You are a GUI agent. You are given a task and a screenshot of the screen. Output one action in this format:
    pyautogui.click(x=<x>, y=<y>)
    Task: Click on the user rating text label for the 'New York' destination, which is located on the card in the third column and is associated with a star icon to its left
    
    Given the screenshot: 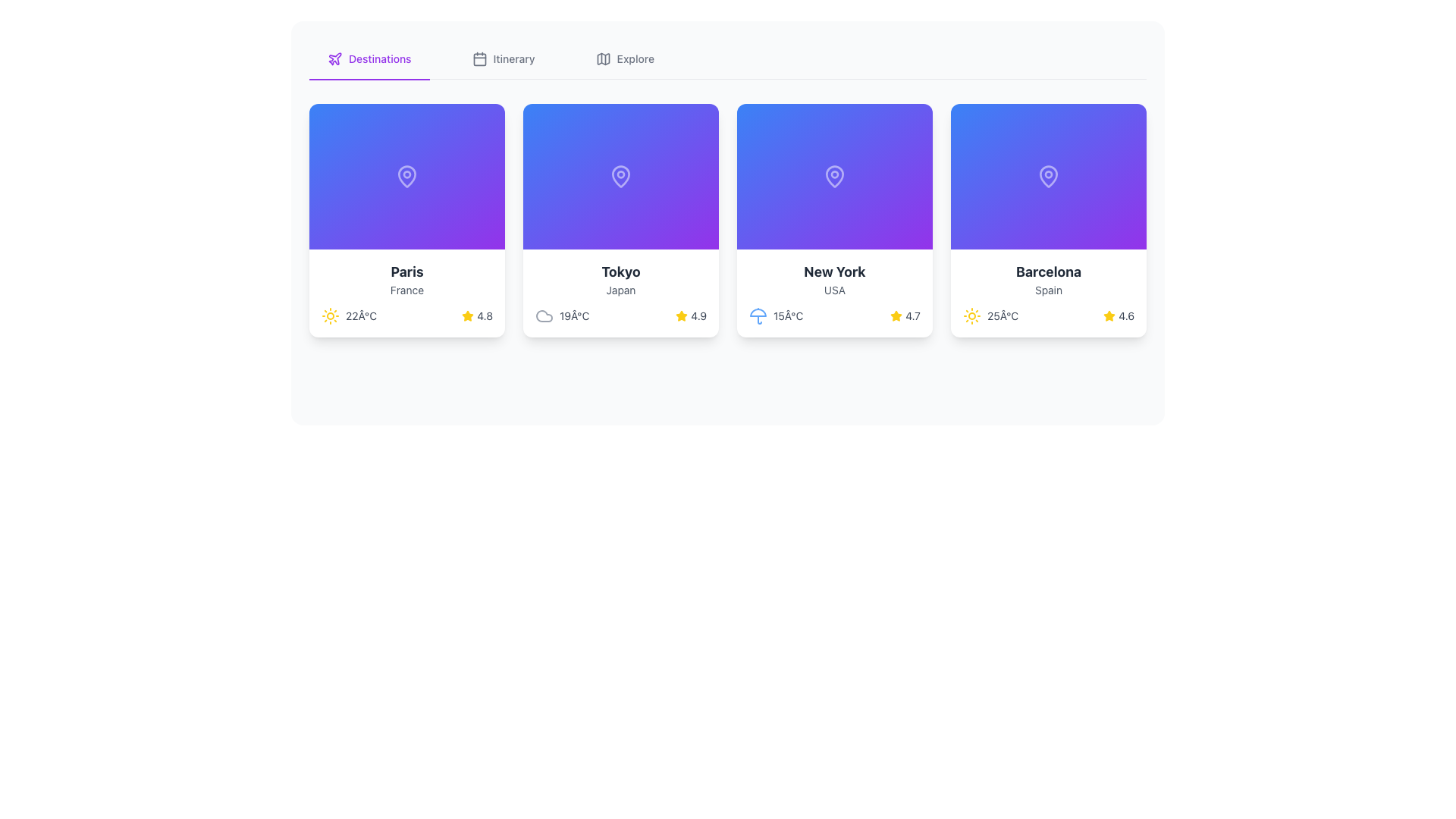 What is the action you would take?
    pyautogui.click(x=912, y=315)
    